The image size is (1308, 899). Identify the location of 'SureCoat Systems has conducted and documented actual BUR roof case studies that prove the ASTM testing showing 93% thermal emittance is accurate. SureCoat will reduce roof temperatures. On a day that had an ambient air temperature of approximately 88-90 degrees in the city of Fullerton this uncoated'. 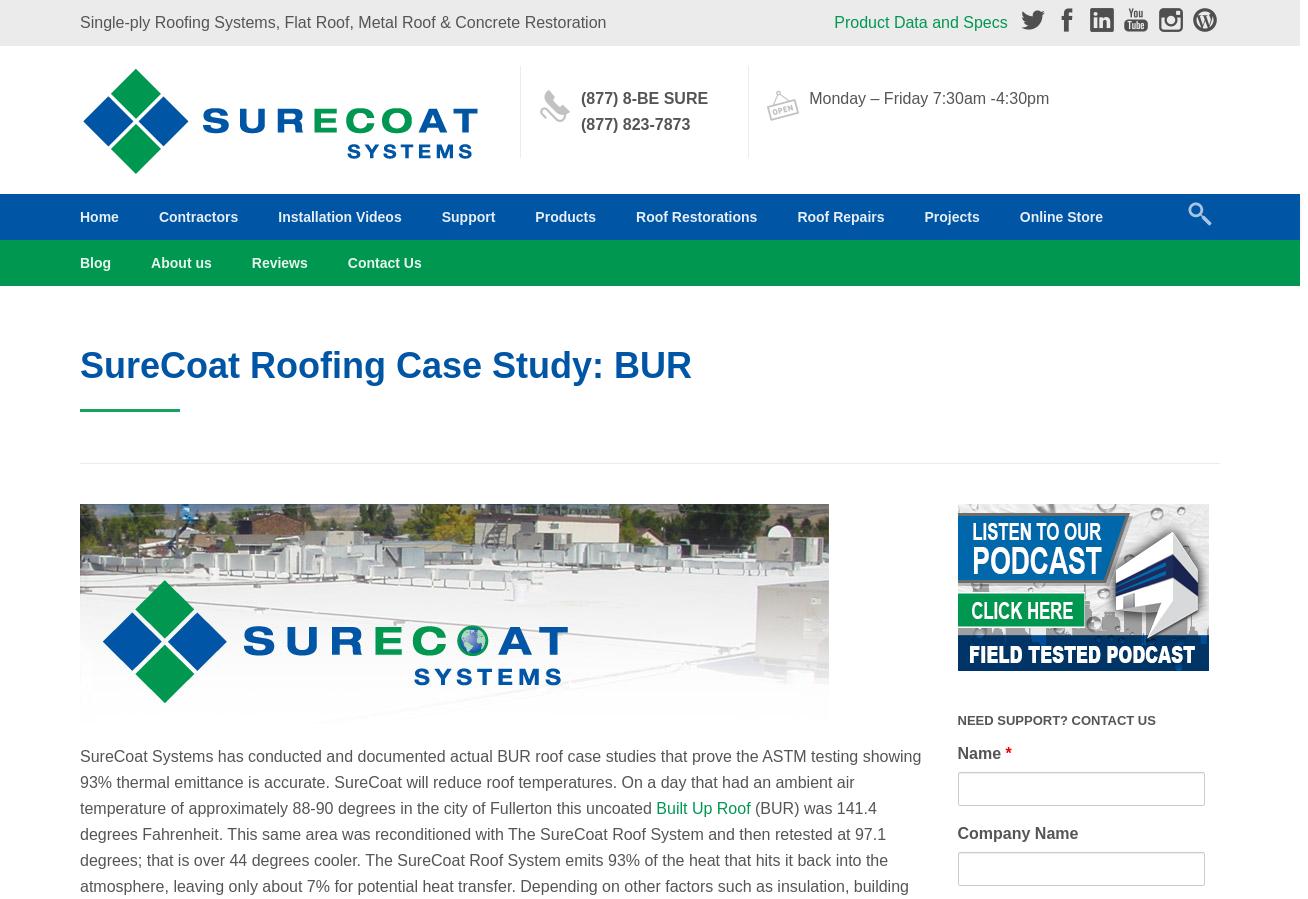
(500, 781).